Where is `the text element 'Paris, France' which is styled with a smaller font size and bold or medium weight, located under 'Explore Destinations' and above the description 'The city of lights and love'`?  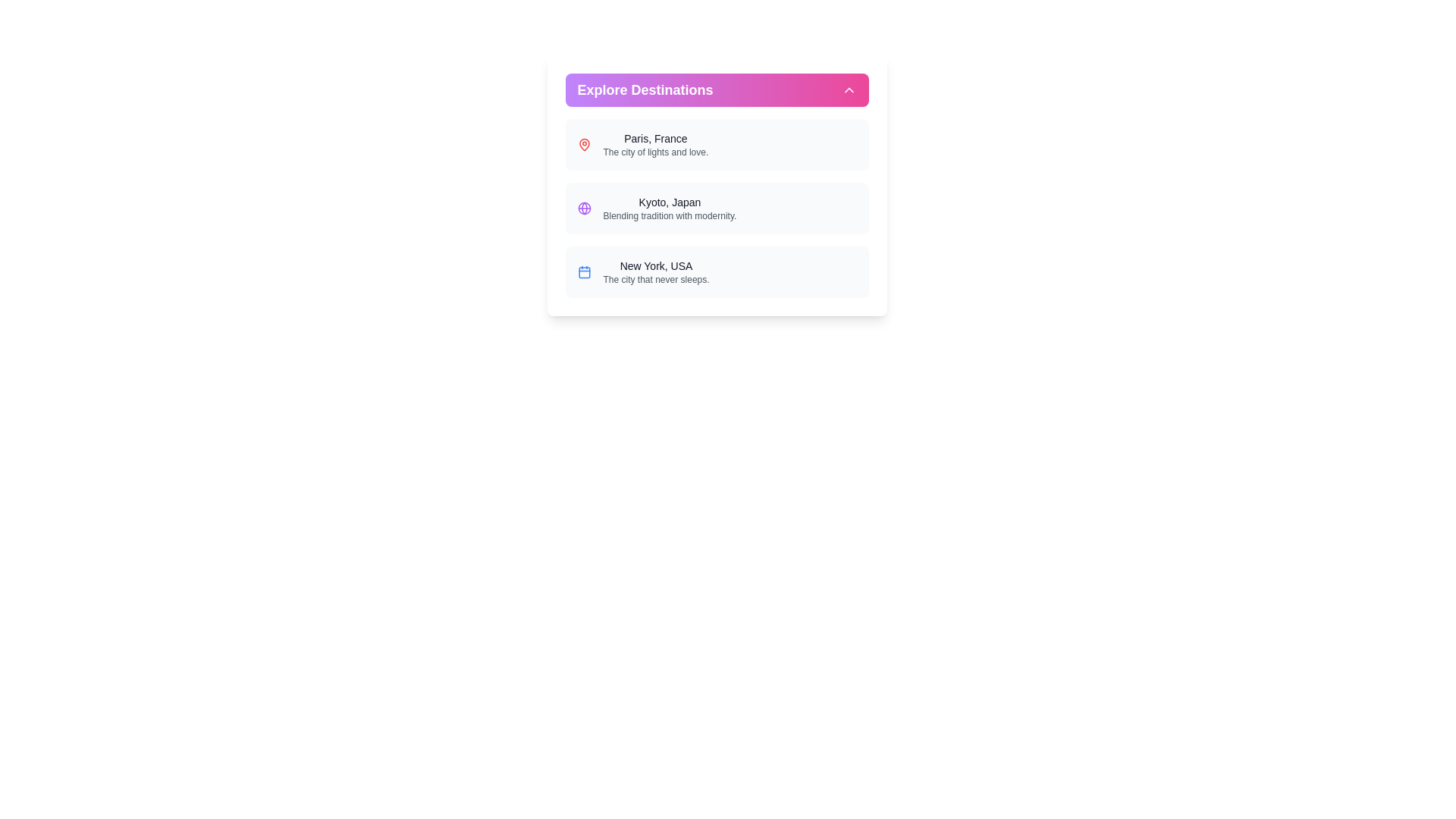
the text element 'Paris, France' which is styled with a smaller font size and bold or medium weight, located under 'Explore Destinations' and above the description 'The city of lights and love' is located at coordinates (655, 138).